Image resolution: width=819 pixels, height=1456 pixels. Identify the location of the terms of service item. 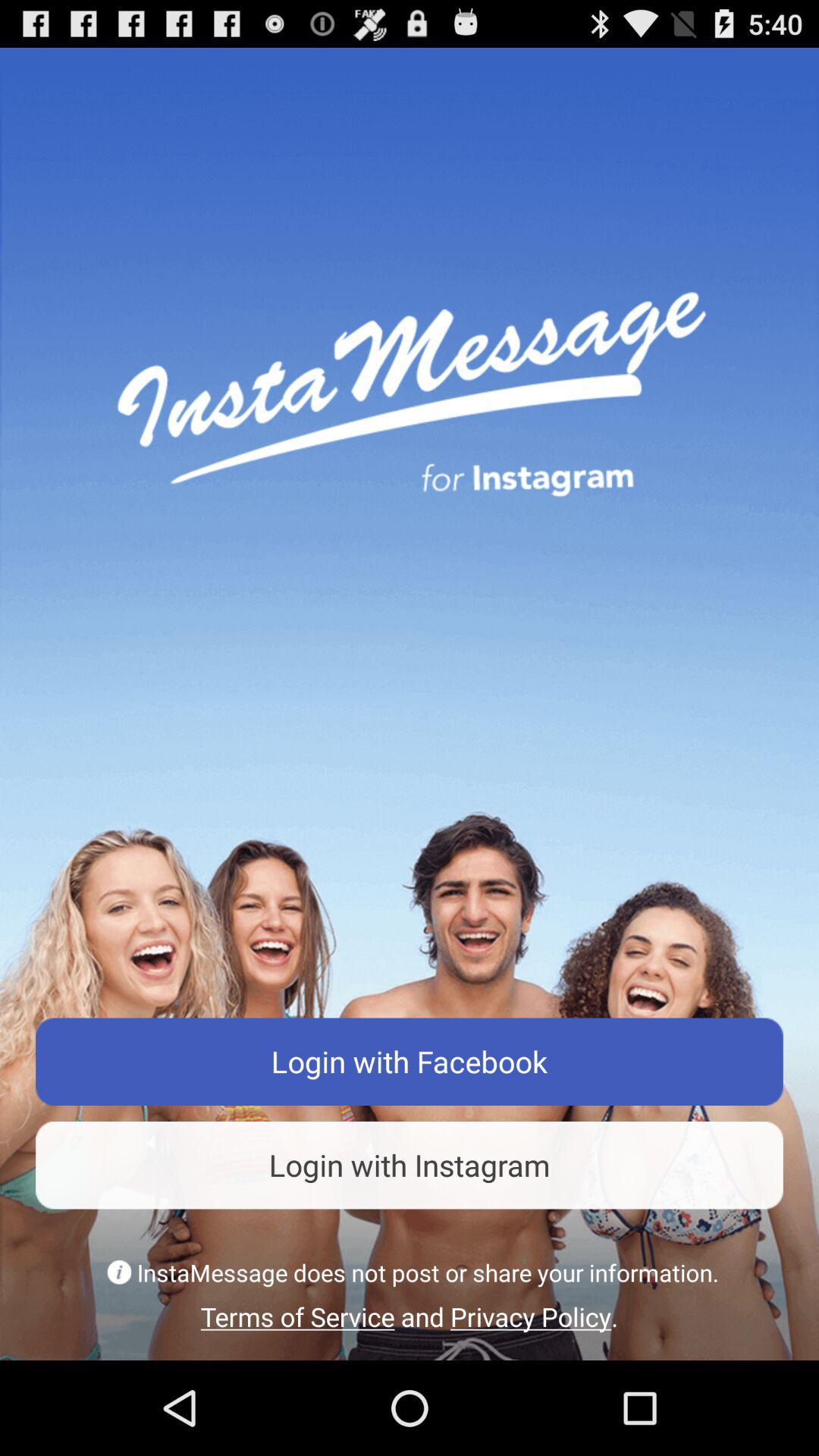
(409, 1316).